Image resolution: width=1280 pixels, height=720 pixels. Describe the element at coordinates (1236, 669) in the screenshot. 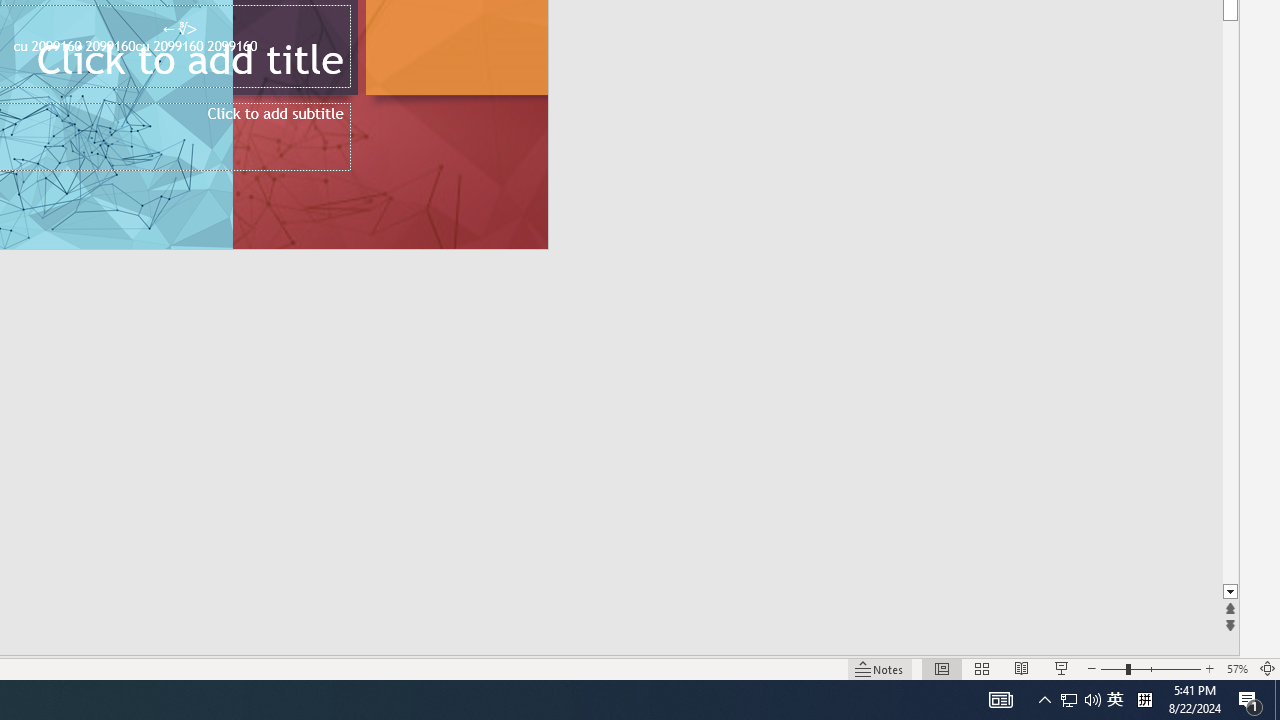

I see `'Zoom 57%'` at that location.